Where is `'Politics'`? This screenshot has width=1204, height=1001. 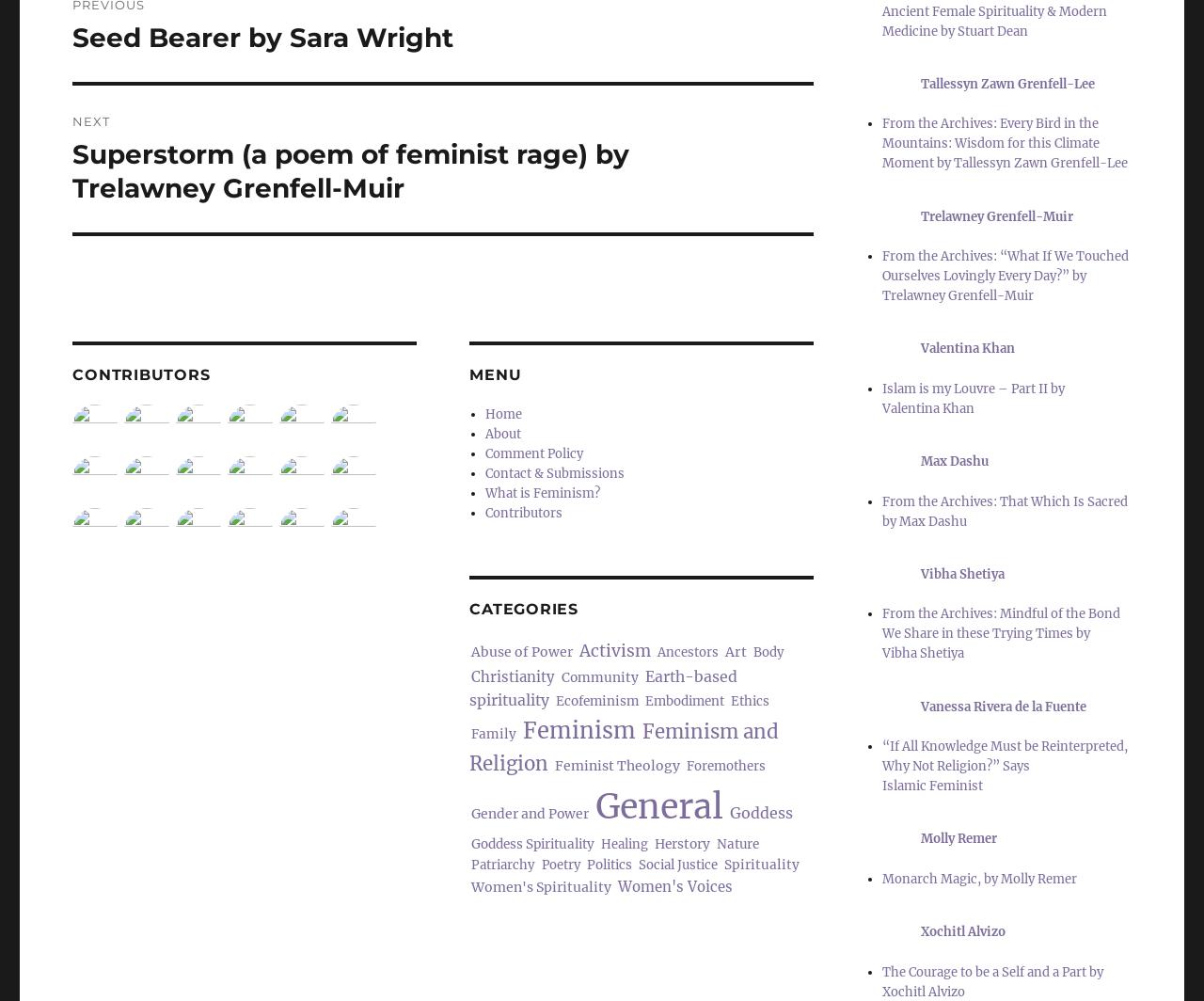
'Politics' is located at coordinates (609, 864).